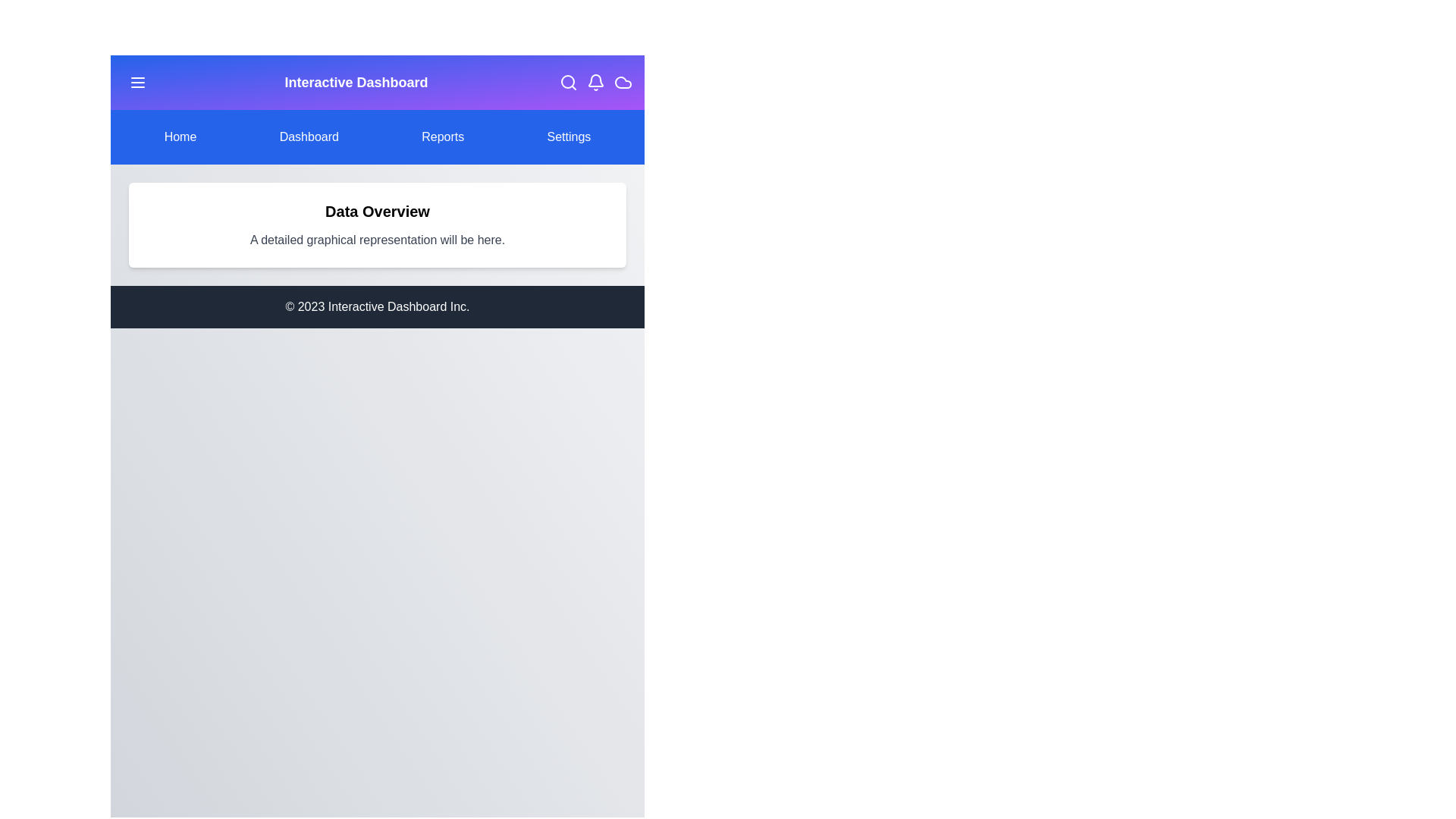  Describe the element at coordinates (308, 137) in the screenshot. I see `the menu item Dashboard to navigate to the corresponding section` at that location.